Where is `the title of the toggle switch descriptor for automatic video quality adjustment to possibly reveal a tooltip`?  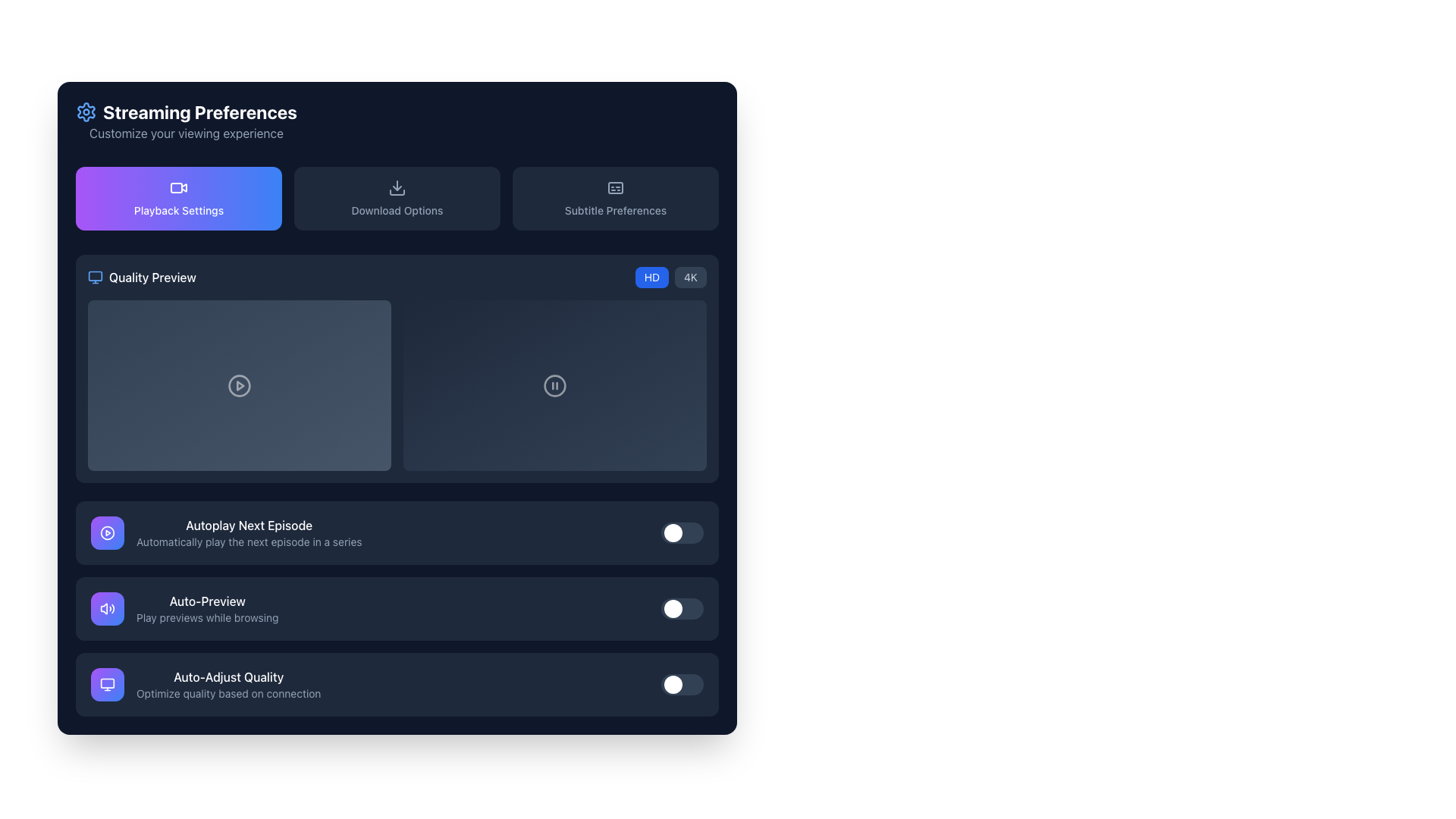 the title of the toggle switch descriptor for automatic video quality adjustment to possibly reveal a tooltip is located at coordinates (205, 684).